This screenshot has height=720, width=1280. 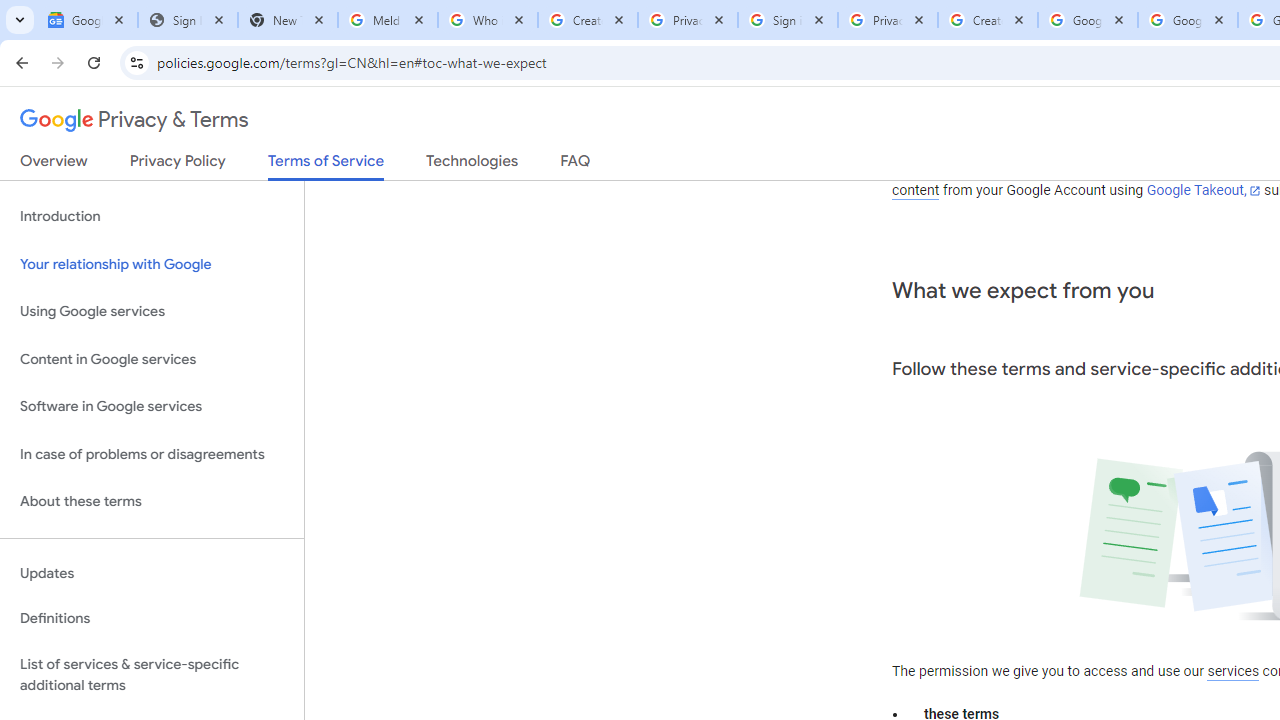 I want to click on 'Updates', so click(x=151, y=573).